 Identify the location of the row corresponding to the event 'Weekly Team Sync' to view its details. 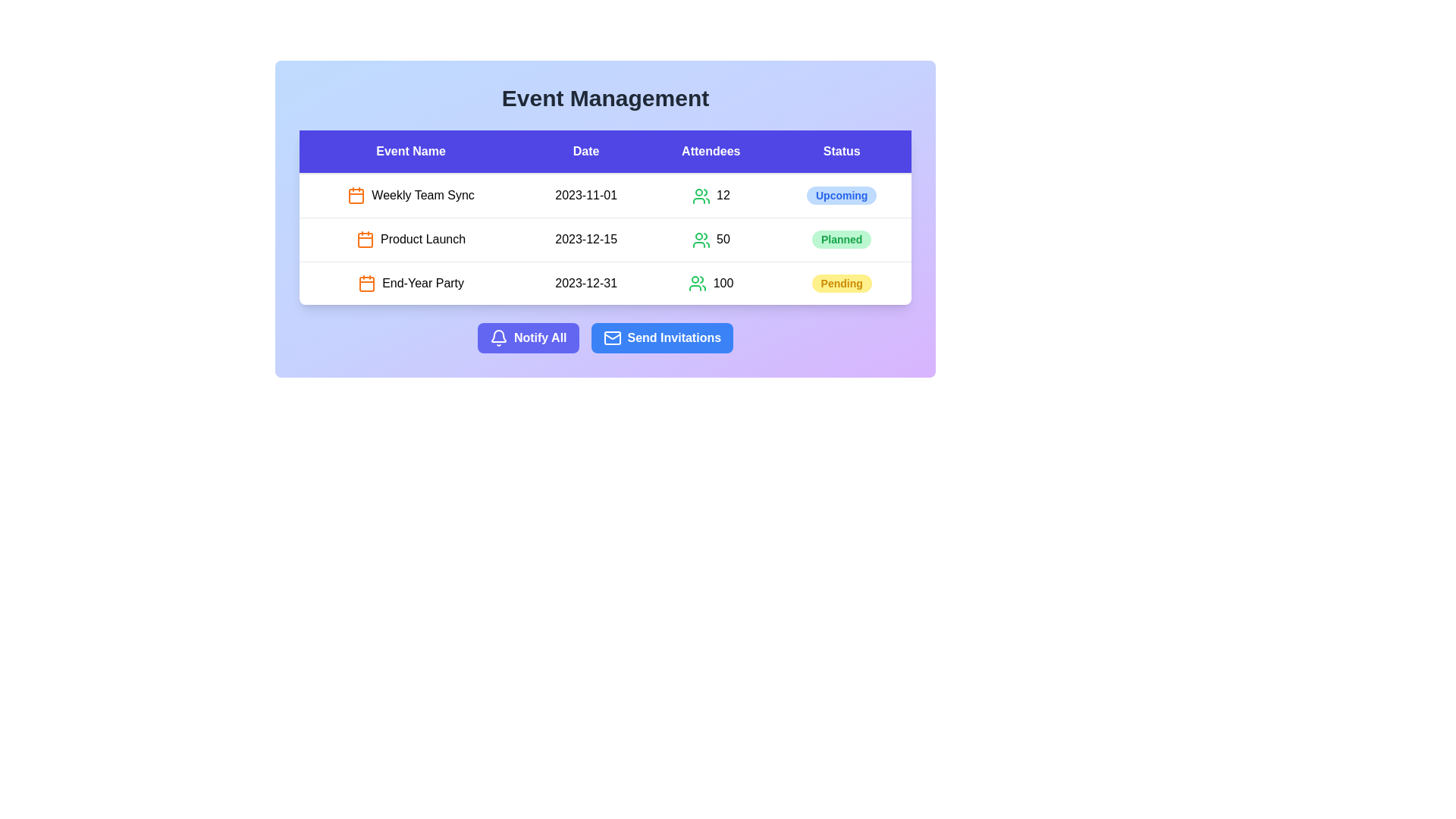
(411, 195).